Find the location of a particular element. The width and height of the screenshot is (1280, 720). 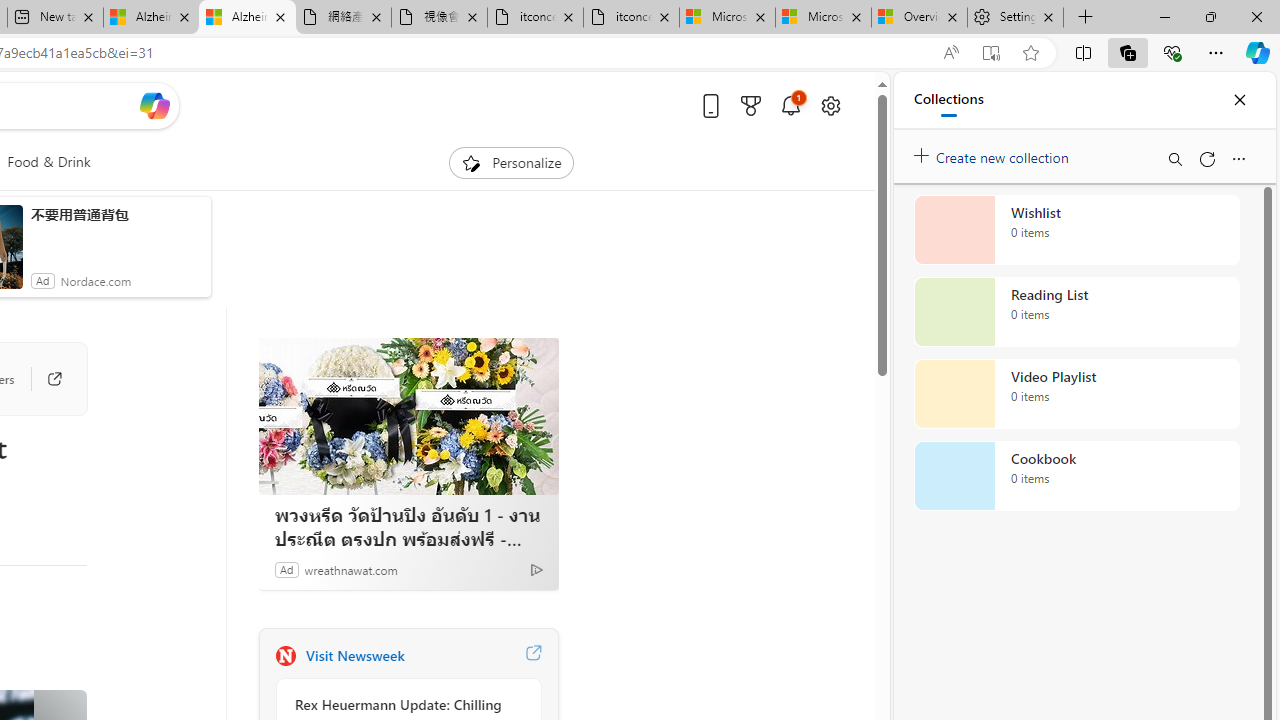

'Wishlist collection, 0 items' is located at coordinates (1076, 229).